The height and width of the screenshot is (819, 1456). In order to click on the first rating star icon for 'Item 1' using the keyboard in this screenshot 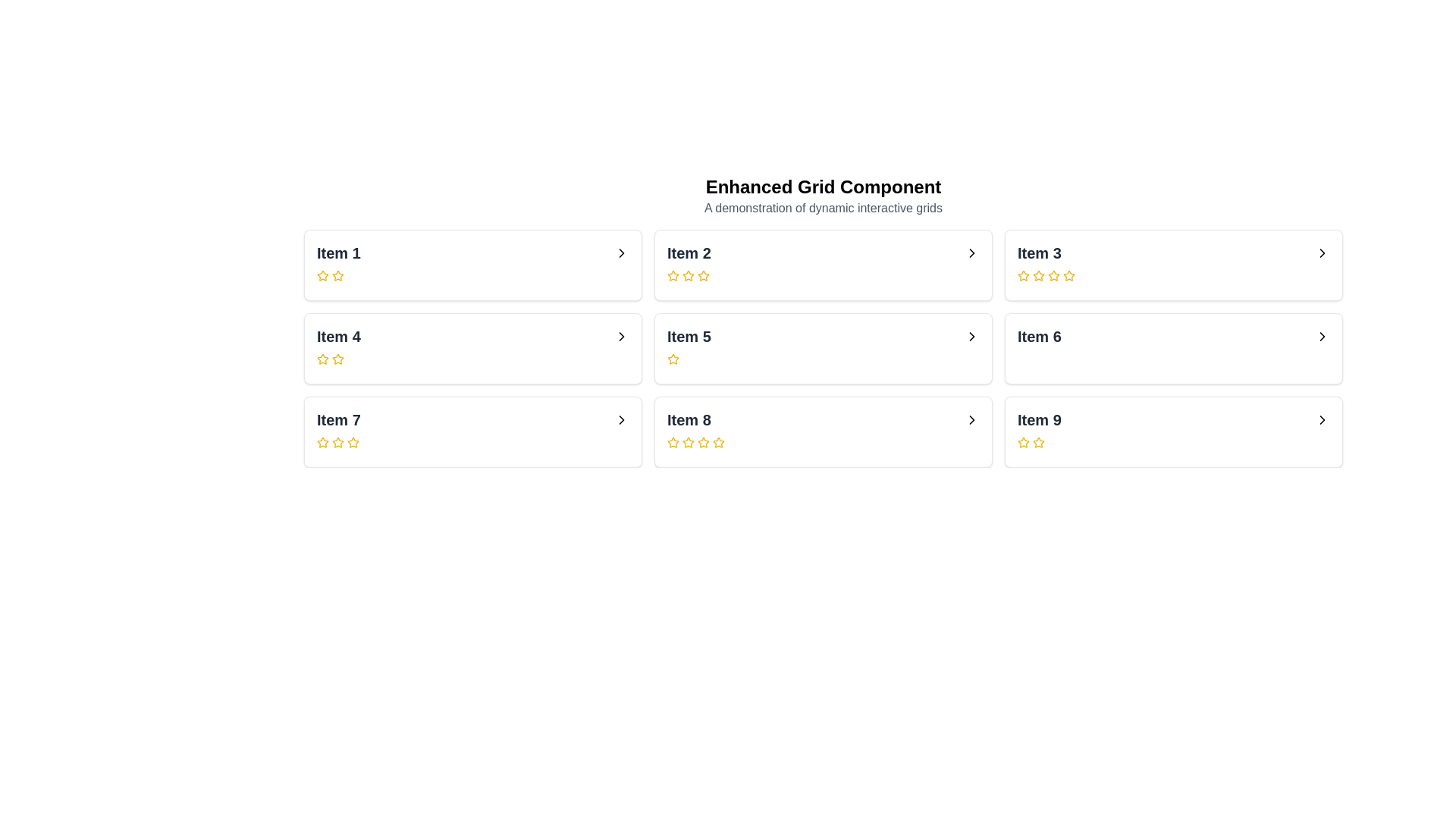, I will do `click(337, 275)`.